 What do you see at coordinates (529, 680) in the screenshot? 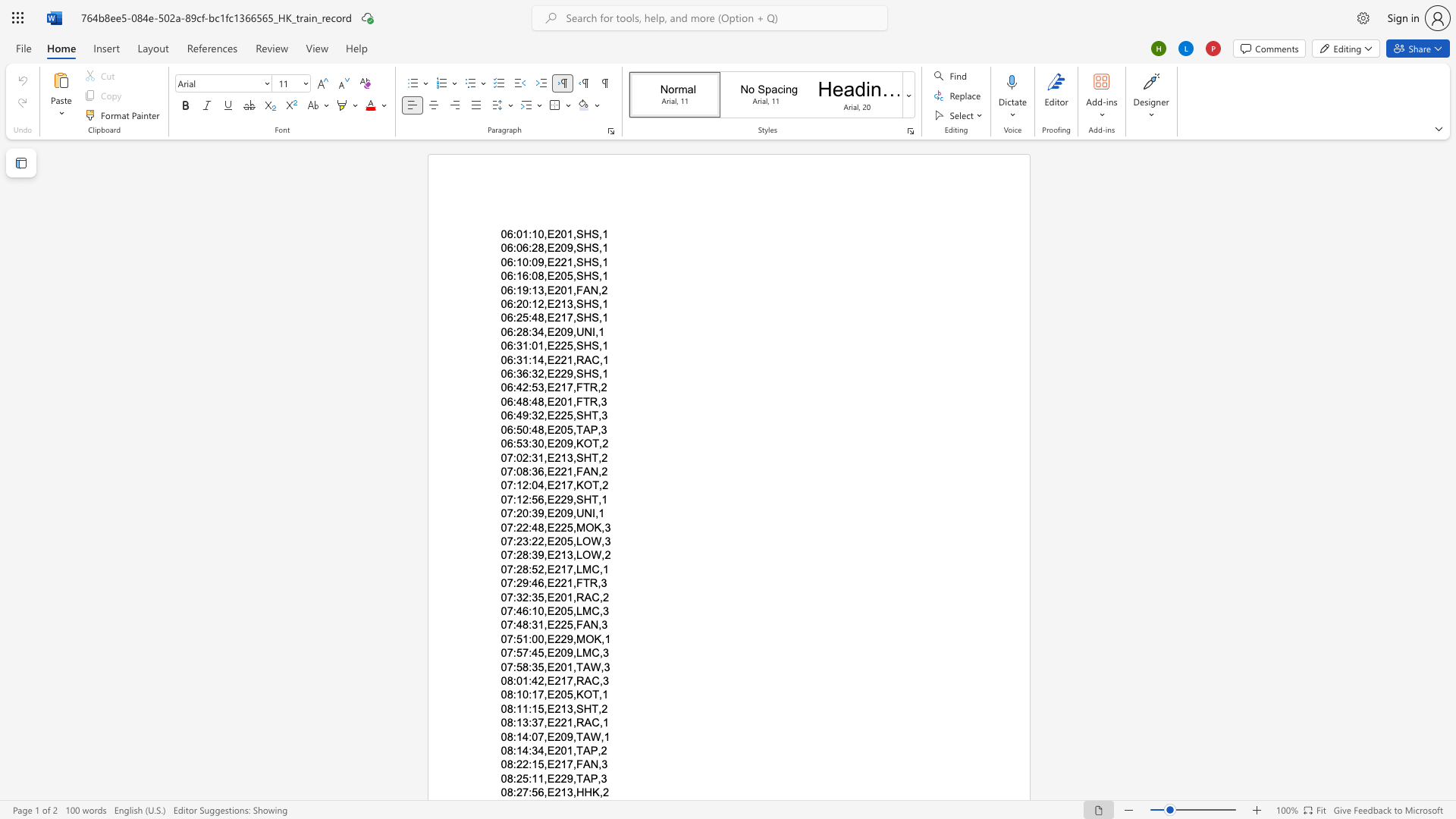
I see `the subset text ":42,E217" within the text "08:01:42,E217,RAC,3"` at bounding box center [529, 680].